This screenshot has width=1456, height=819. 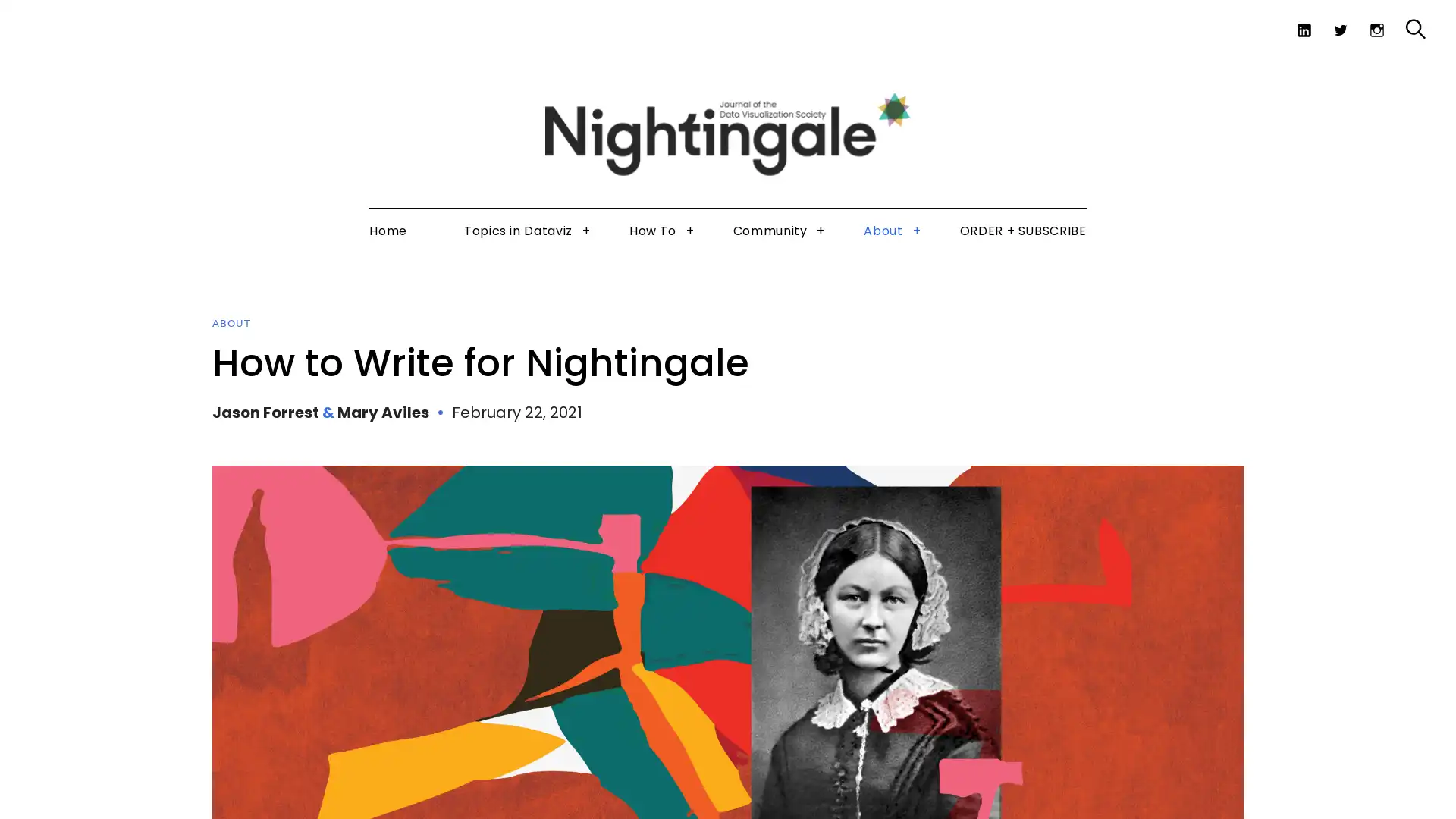 What do you see at coordinates (42, 22) in the screenshot?
I see `MENU` at bounding box center [42, 22].